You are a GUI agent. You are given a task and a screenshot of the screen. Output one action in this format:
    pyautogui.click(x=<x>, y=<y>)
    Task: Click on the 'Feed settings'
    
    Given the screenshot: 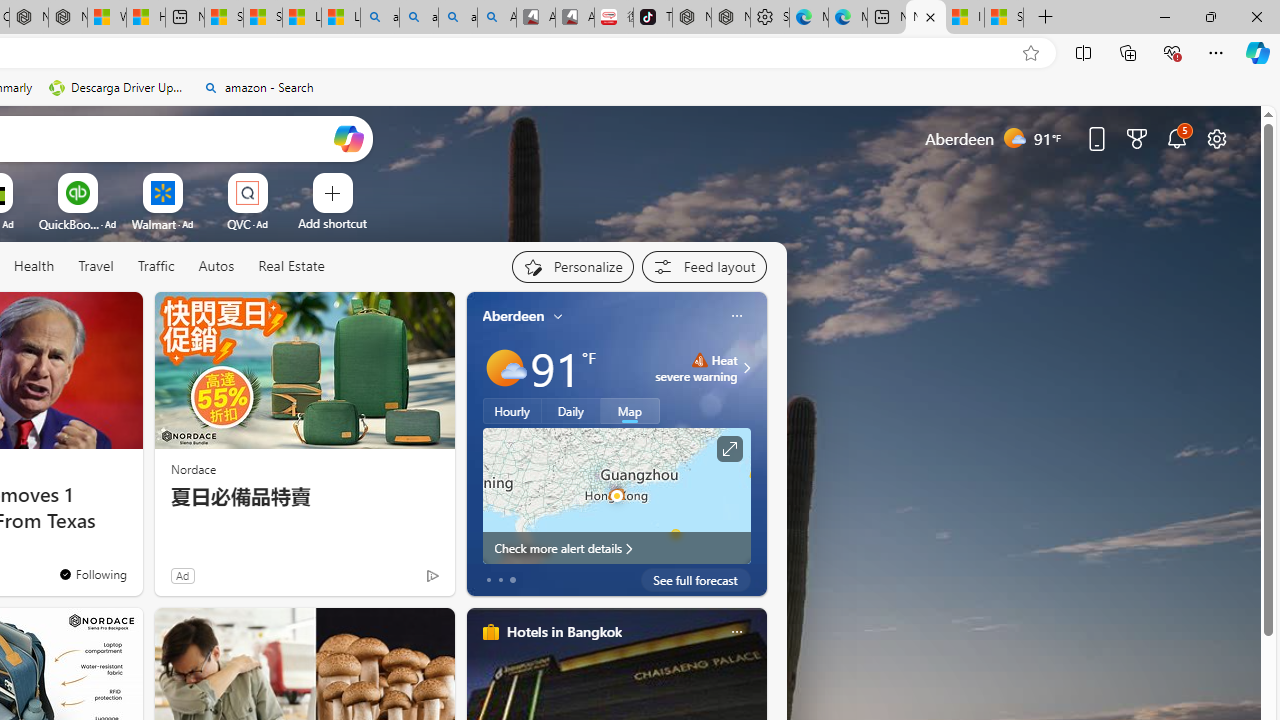 What is the action you would take?
    pyautogui.click(x=704, y=266)
    